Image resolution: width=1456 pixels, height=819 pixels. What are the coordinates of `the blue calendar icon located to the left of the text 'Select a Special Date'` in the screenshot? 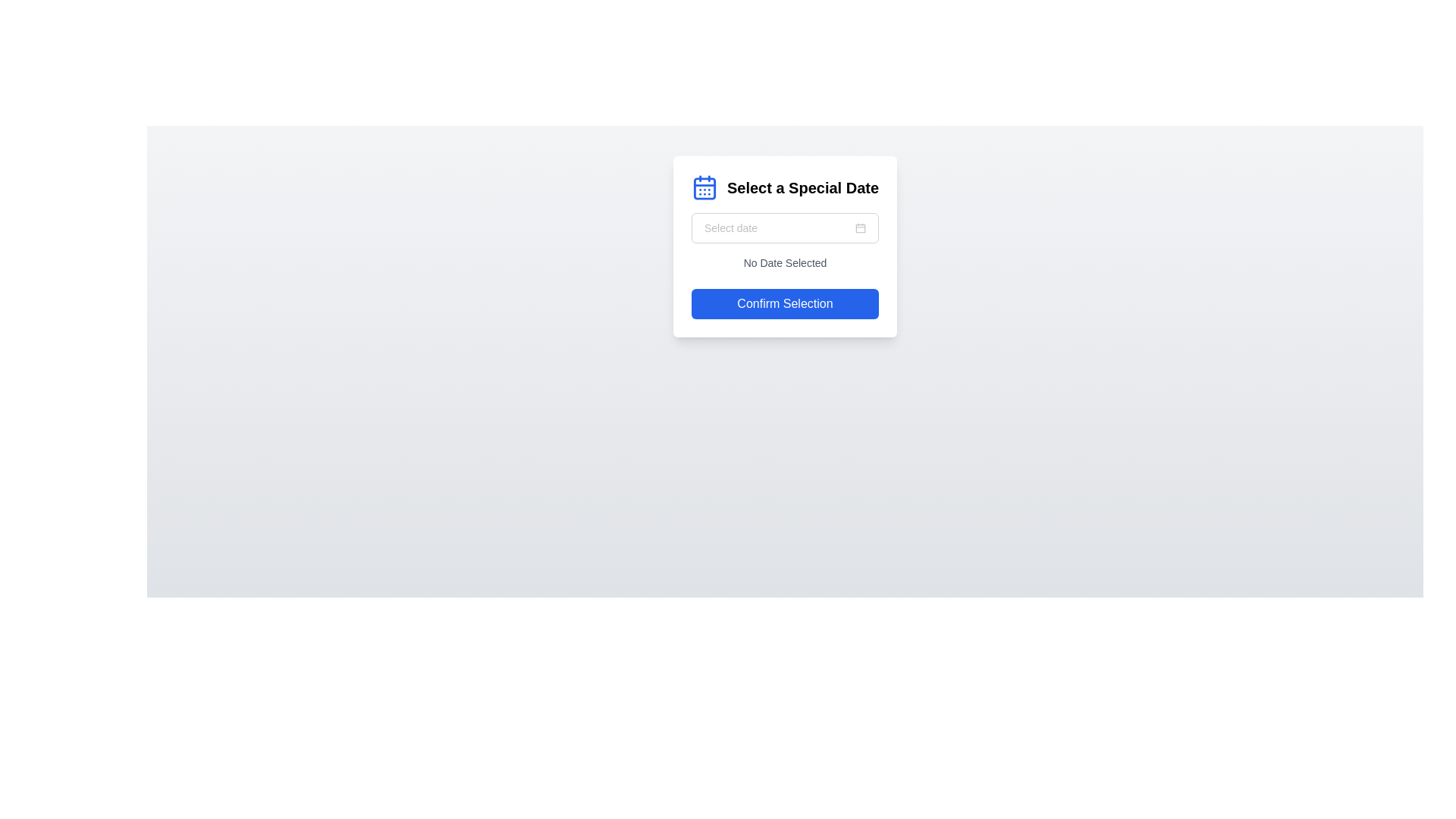 It's located at (704, 187).